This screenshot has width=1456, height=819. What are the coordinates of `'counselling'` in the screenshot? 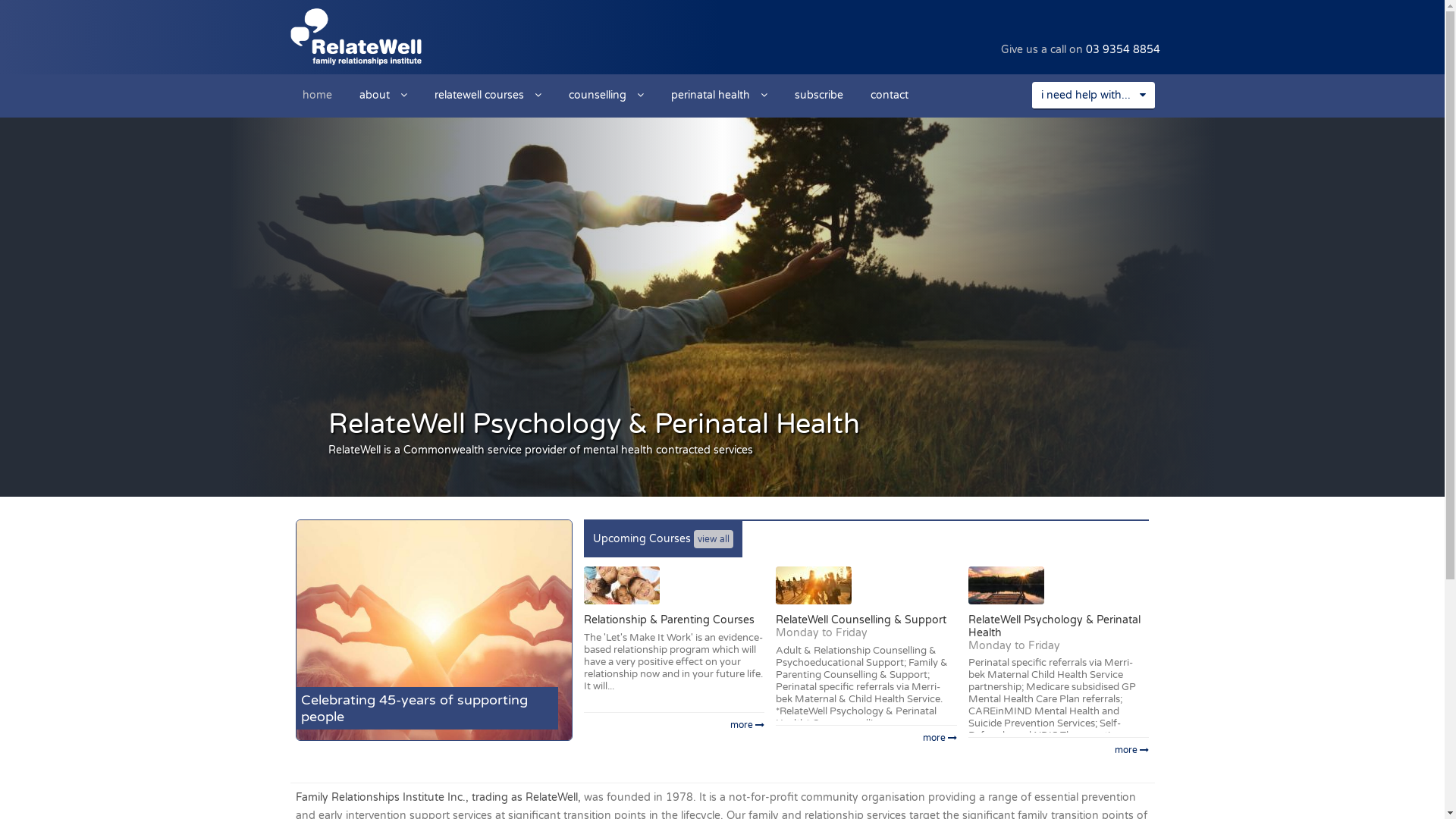 It's located at (605, 94).